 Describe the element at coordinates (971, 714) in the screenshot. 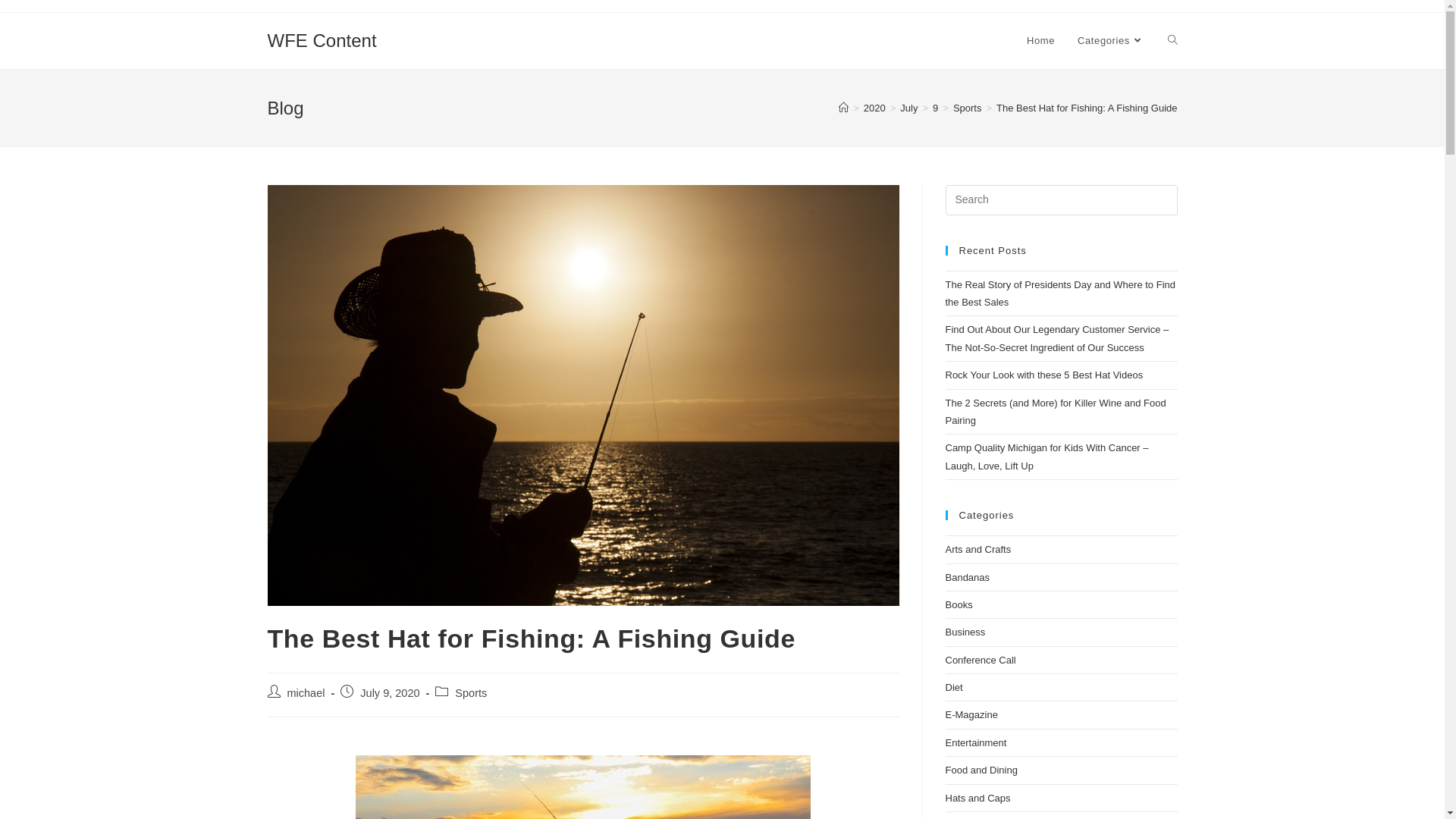

I see `'E-Magazine'` at that location.